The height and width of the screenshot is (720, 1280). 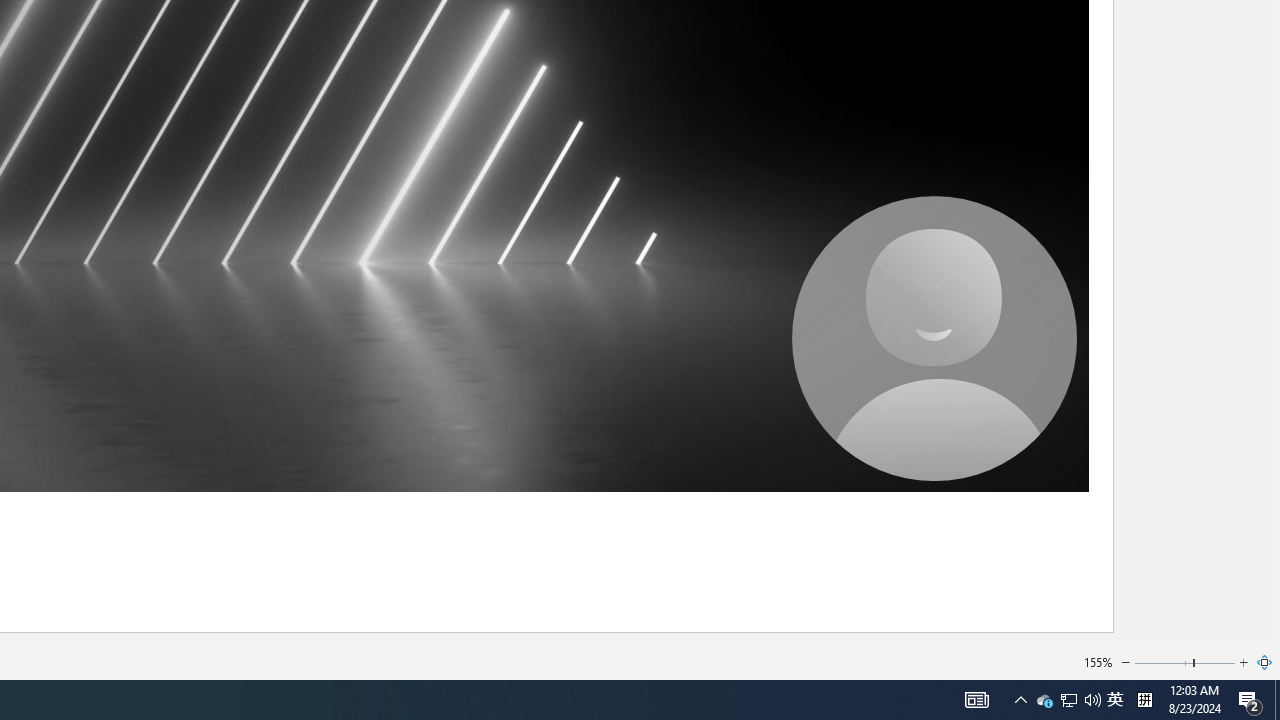 I want to click on 'Page right', so click(x=1214, y=663).